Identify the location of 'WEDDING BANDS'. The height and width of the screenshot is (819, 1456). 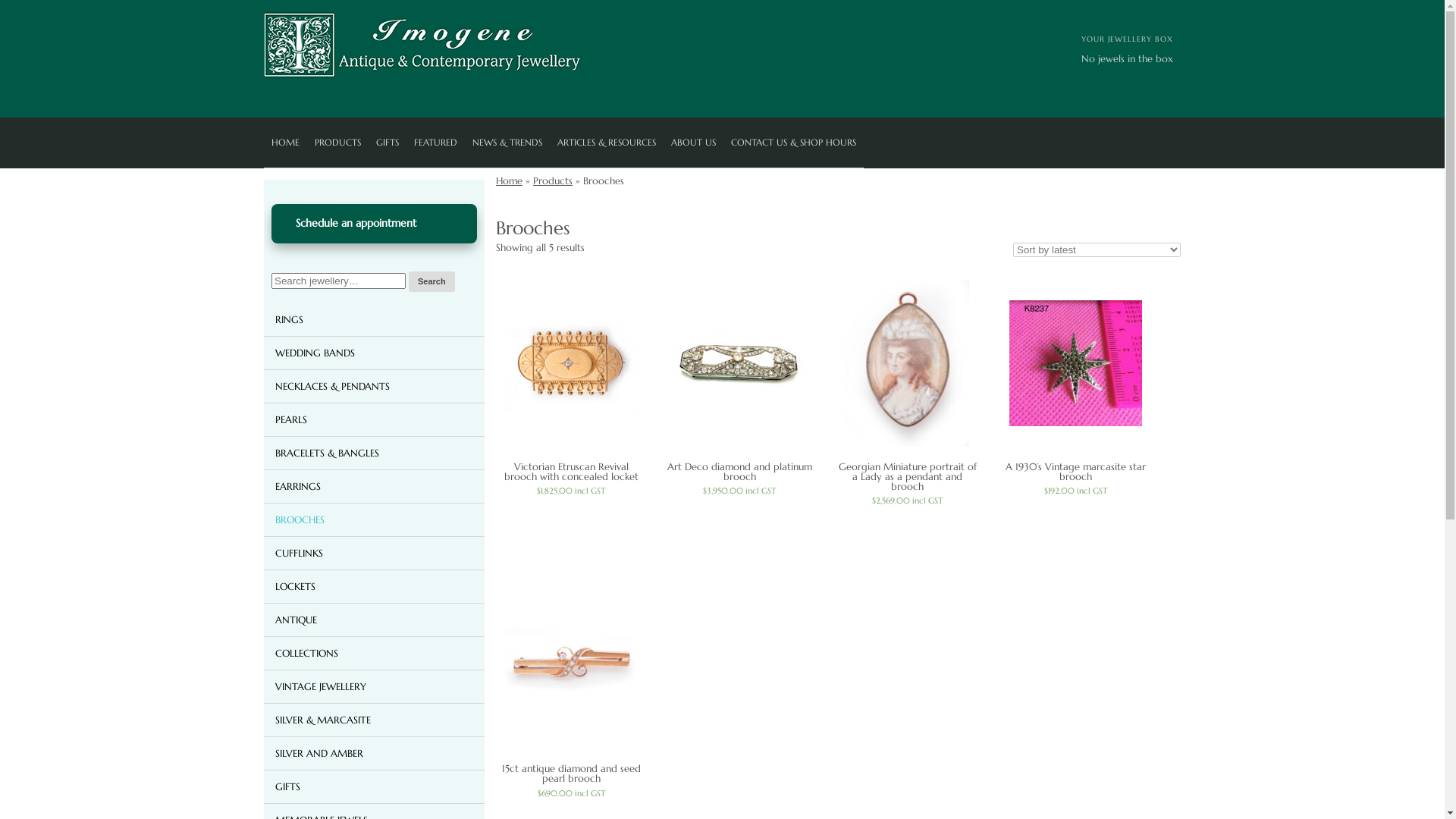
(374, 352).